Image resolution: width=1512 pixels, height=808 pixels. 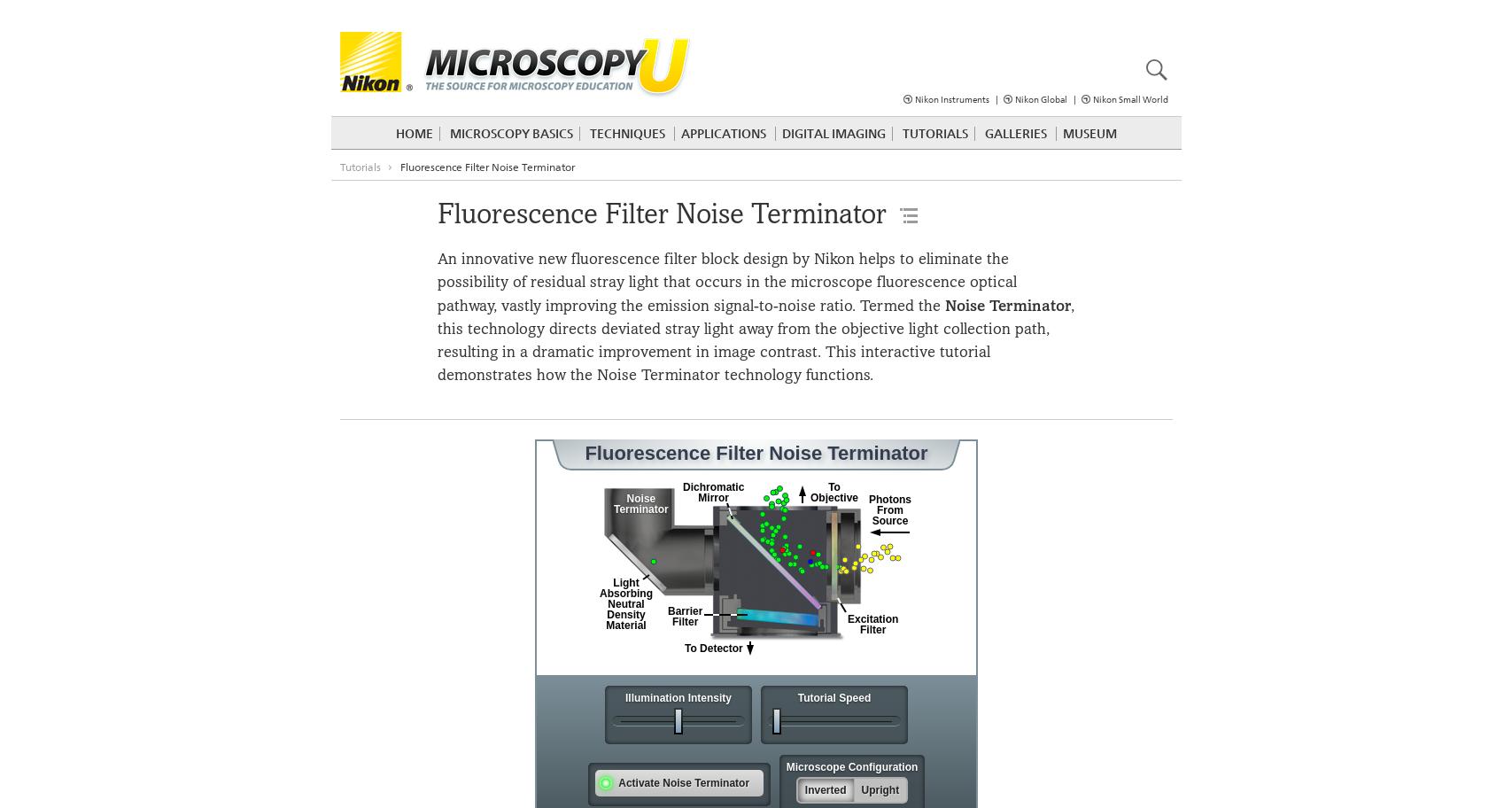 What do you see at coordinates (395, 132) in the screenshot?
I see `'Home'` at bounding box center [395, 132].